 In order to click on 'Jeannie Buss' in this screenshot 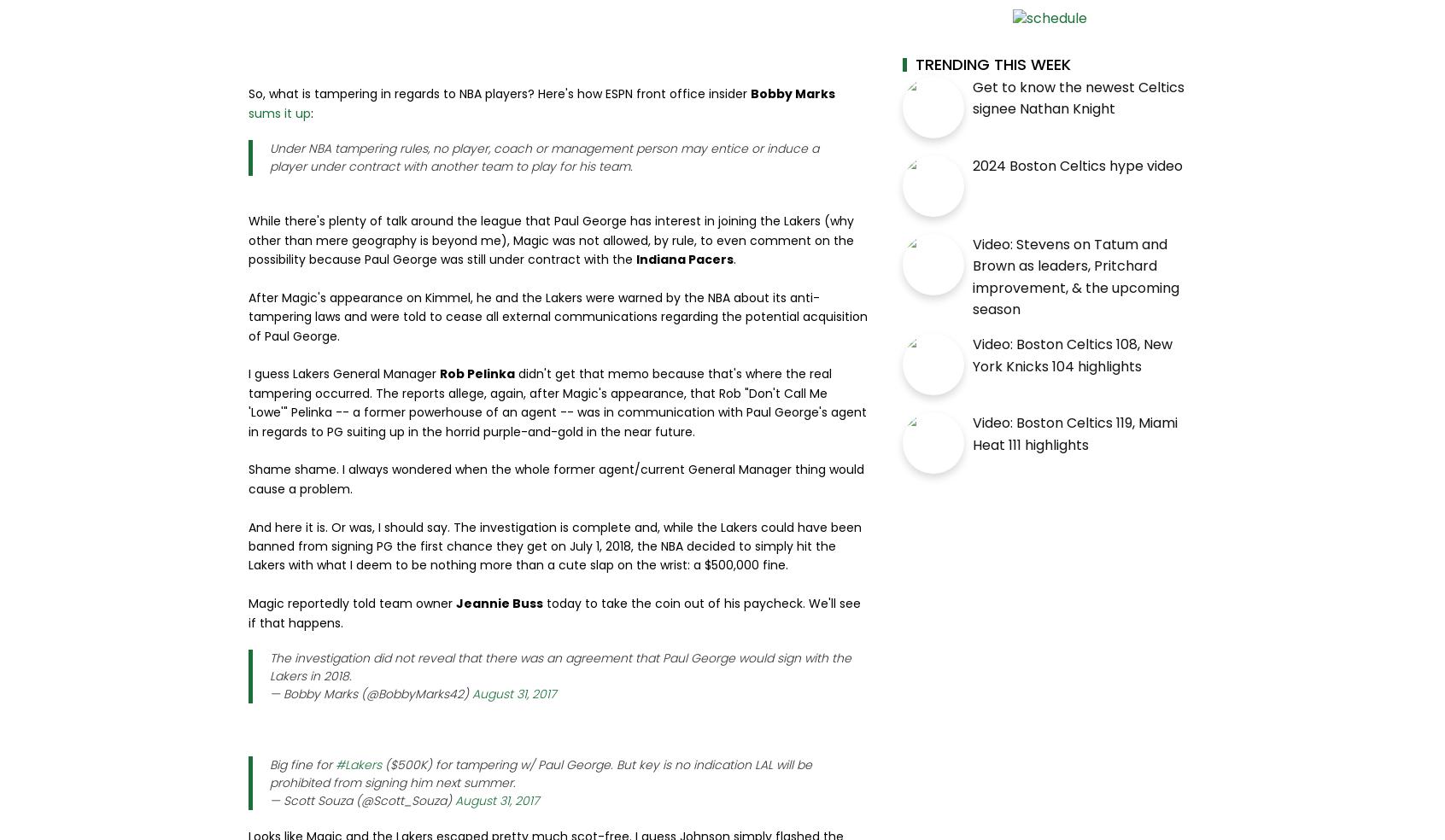, I will do `click(498, 604)`.